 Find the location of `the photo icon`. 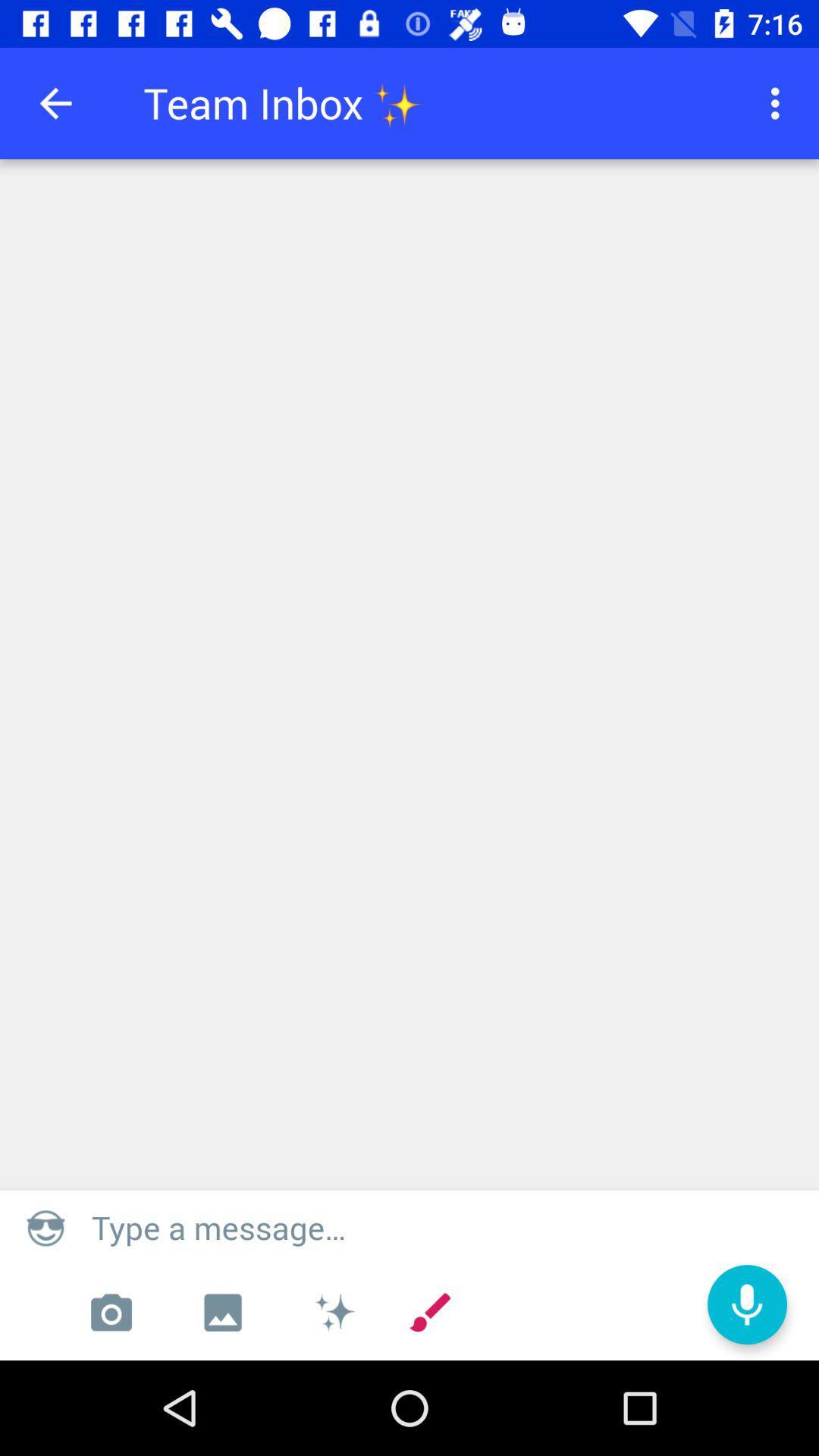

the photo icon is located at coordinates (110, 1312).